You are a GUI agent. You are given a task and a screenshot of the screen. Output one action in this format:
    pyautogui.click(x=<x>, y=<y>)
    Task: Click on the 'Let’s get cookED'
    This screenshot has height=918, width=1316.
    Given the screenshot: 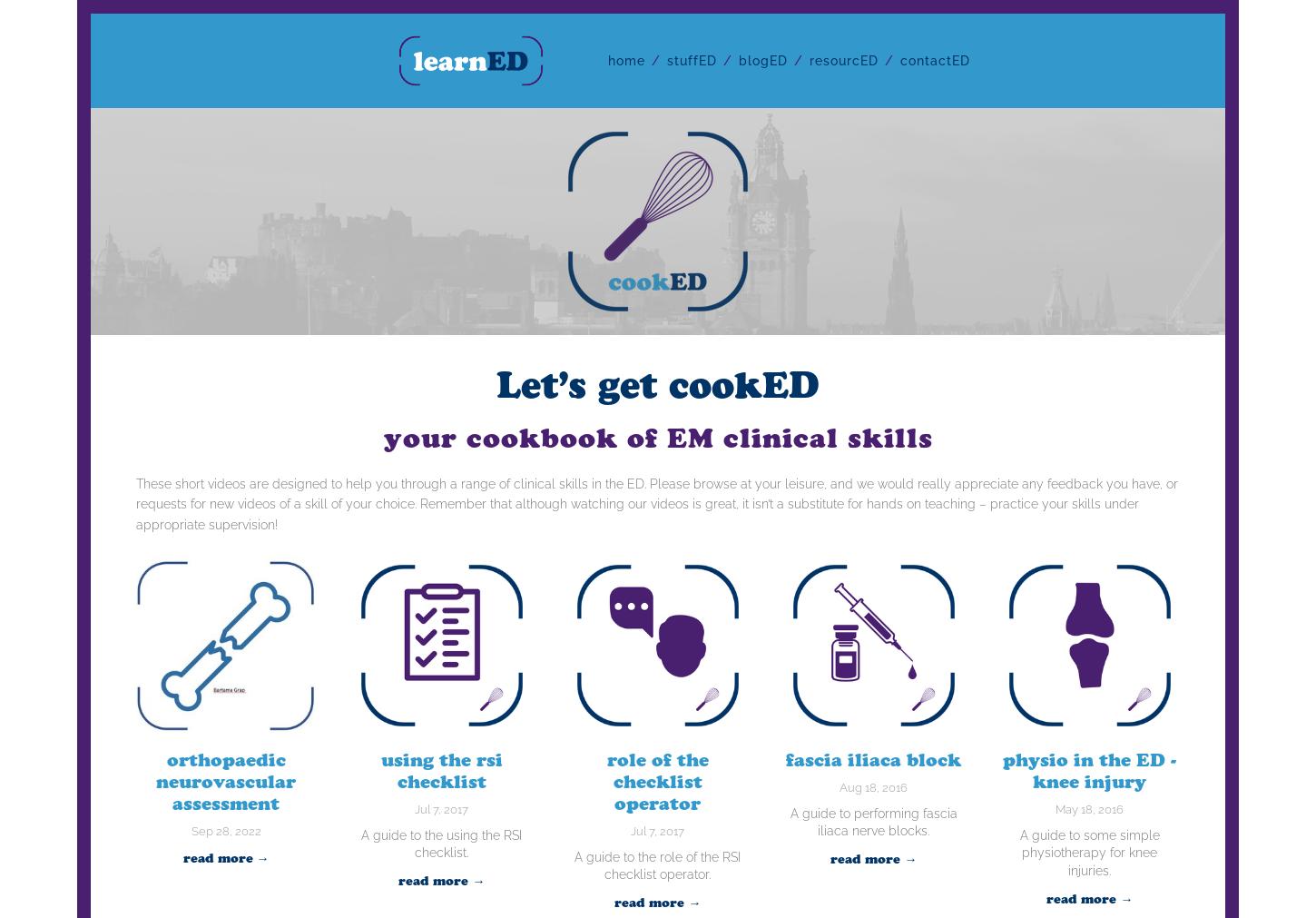 What is the action you would take?
    pyautogui.click(x=658, y=383)
    